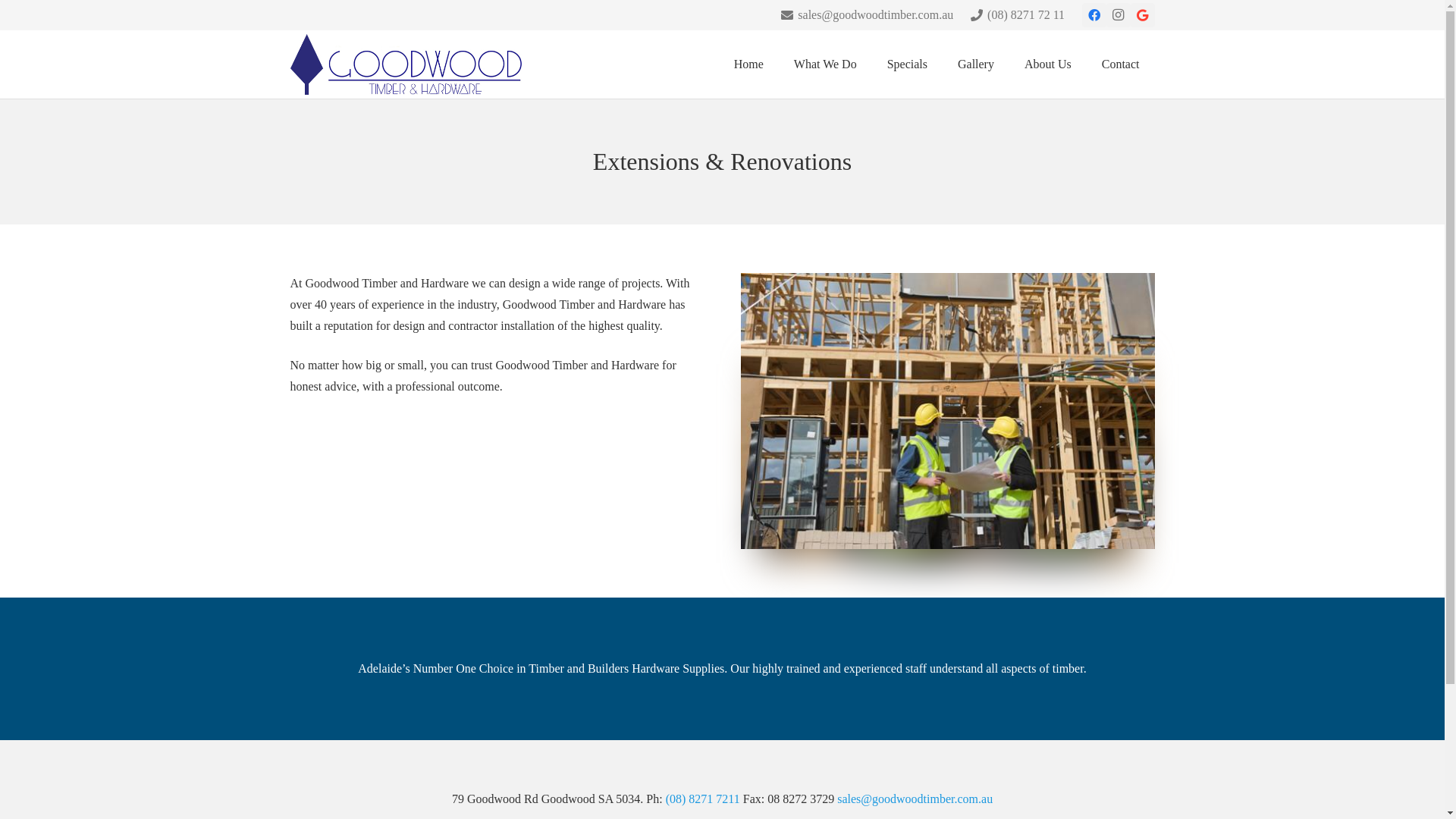 The width and height of the screenshot is (1456, 819). Describe the element at coordinates (907, 63) in the screenshot. I see `'Specials'` at that location.